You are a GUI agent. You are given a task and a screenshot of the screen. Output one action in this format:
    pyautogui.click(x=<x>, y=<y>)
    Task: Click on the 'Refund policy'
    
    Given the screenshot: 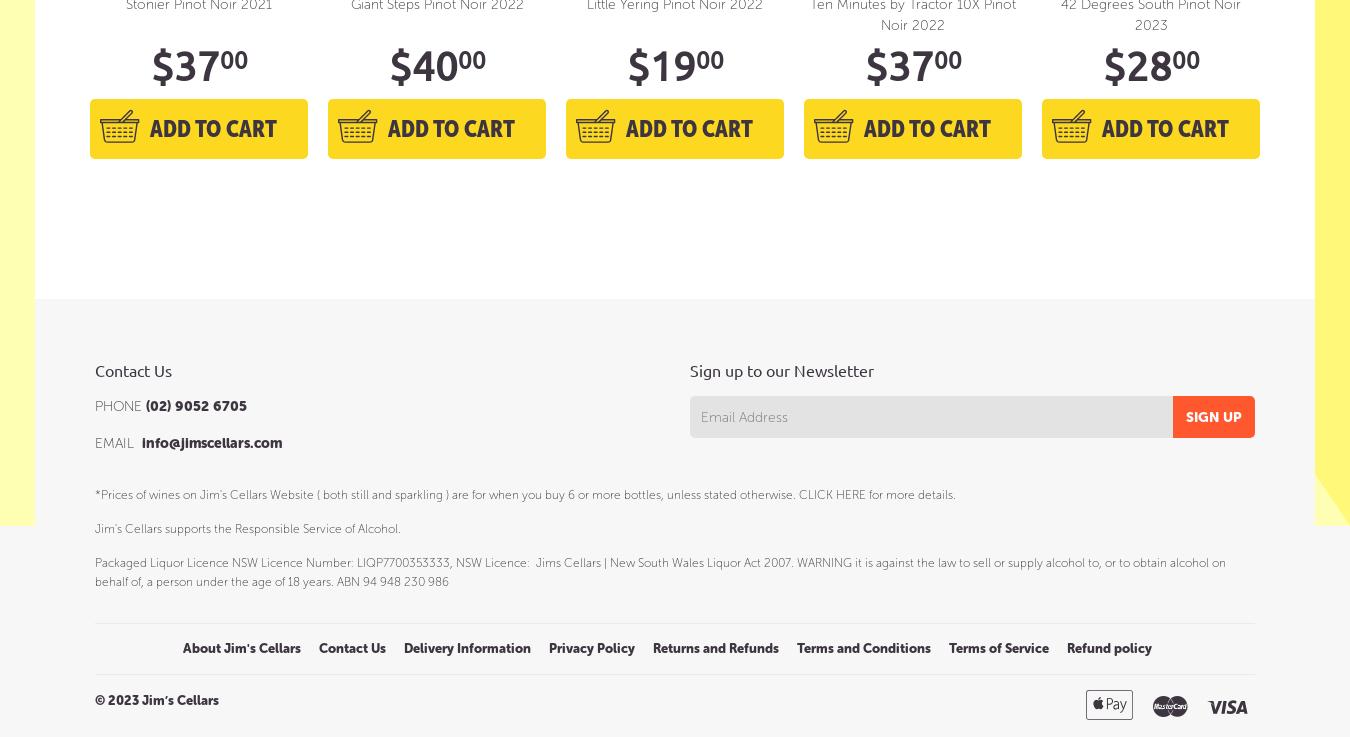 What is the action you would take?
    pyautogui.click(x=1067, y=647)
    